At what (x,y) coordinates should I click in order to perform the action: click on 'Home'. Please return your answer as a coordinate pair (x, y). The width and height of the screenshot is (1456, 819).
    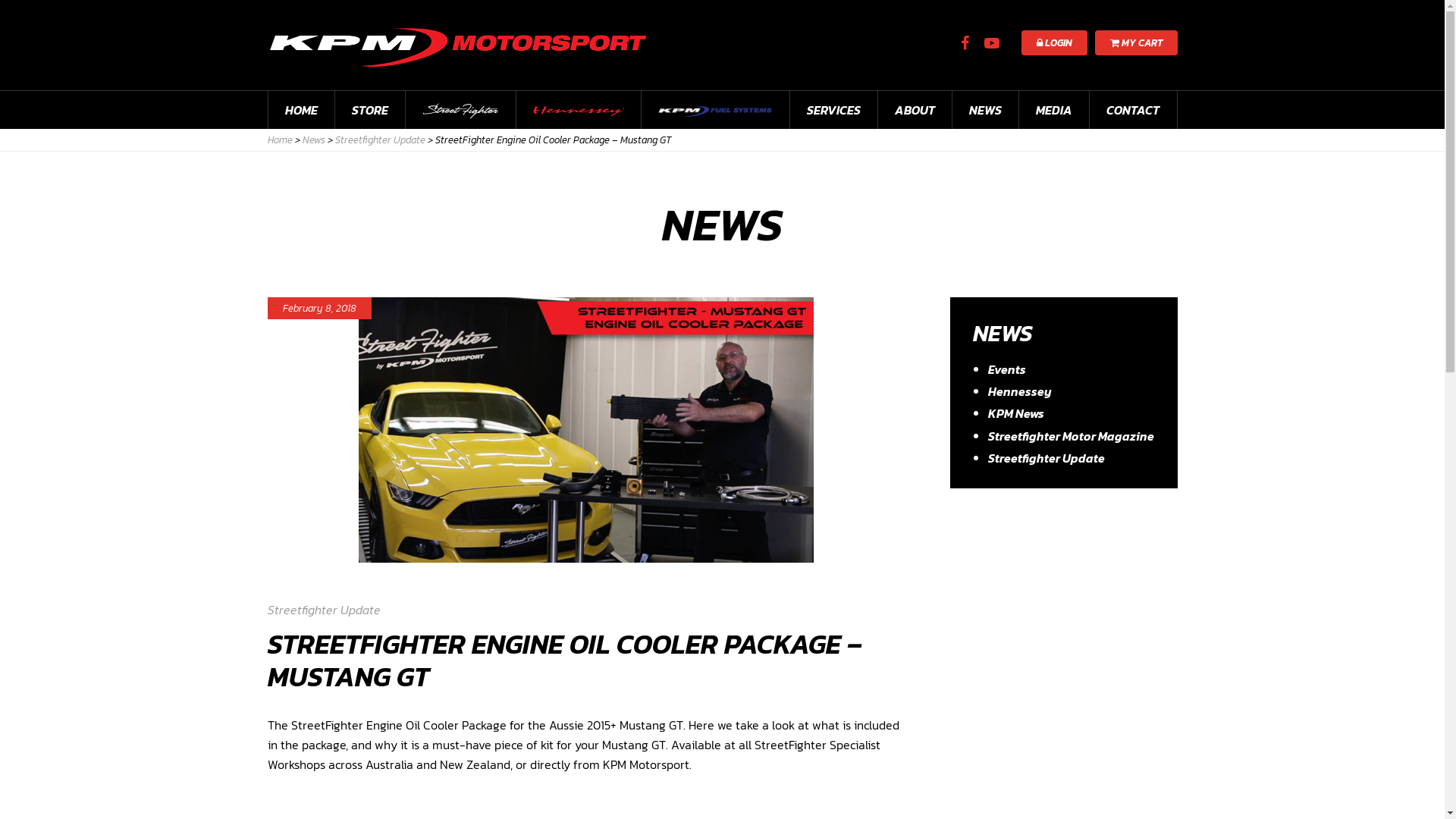
    Looking at the image, I should click on (279, 139).